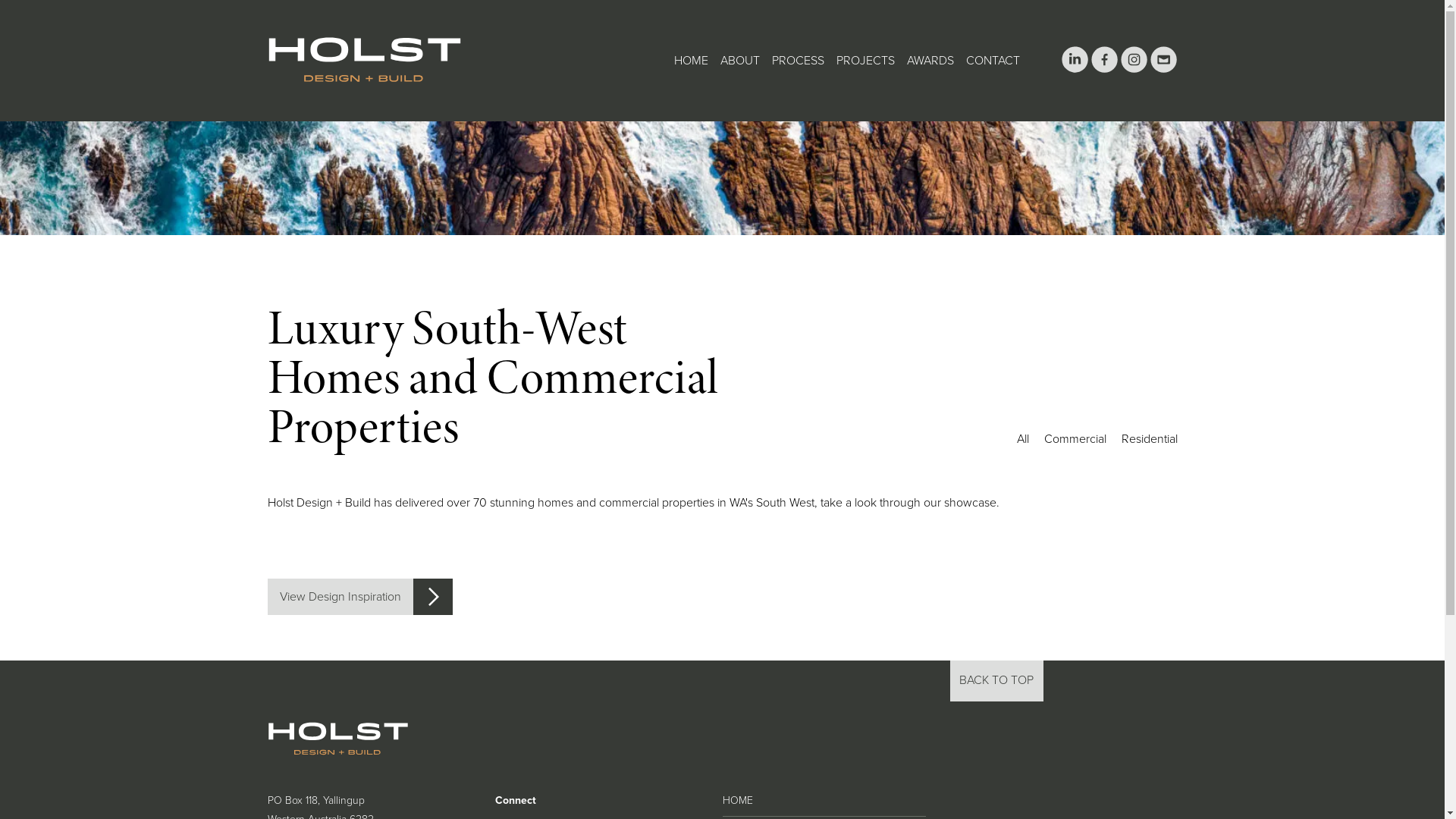 The image size is (1456, 819). What do you see at coordinates (864, 59) in the screenshot?
I see `'PROJECTS'` at bounding box center [864, 59].